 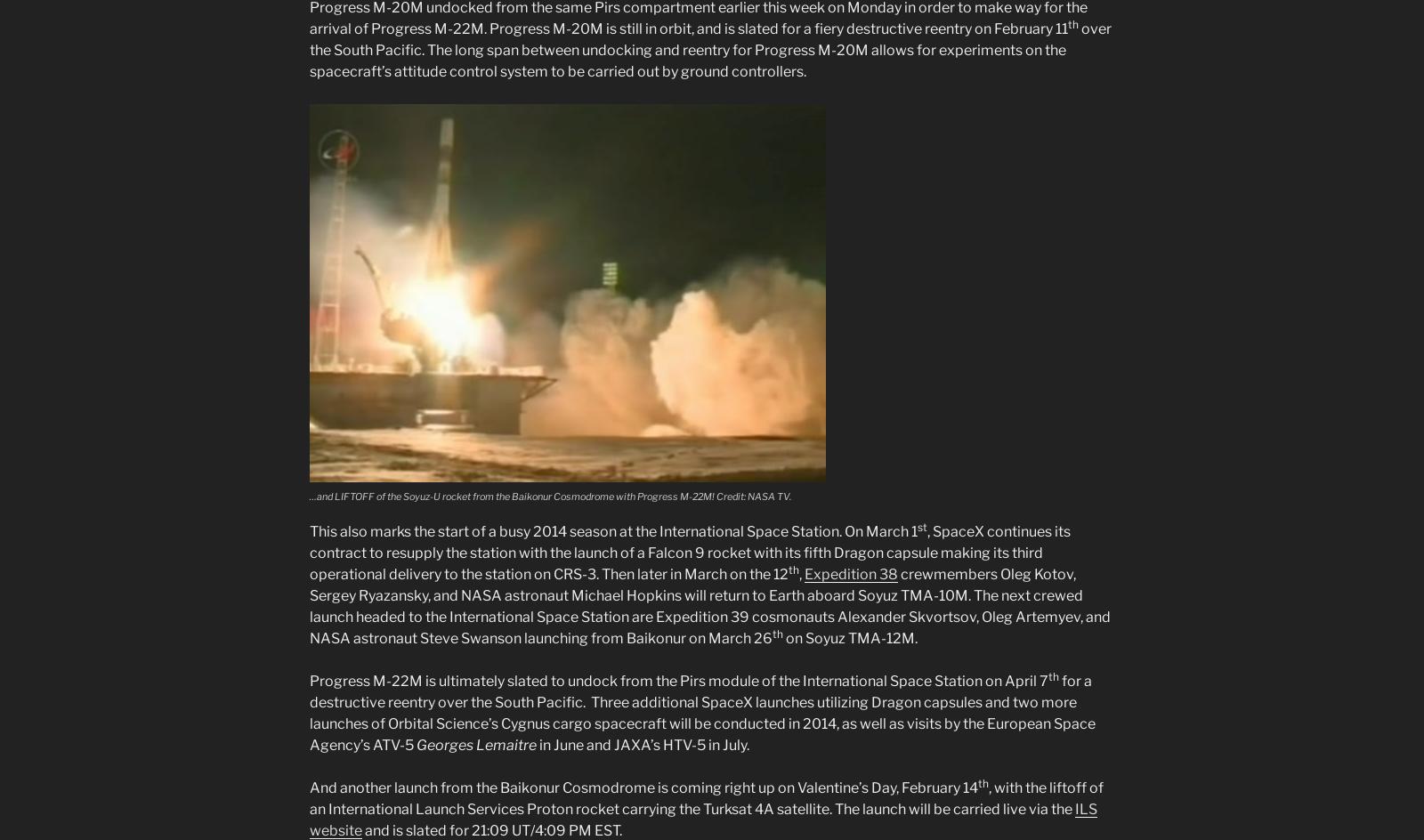 I want to click on 'Progress M-22M is ultimately slated to undock from the Pirs module of the International Space Station on April 7', so click(x=679, y=681).